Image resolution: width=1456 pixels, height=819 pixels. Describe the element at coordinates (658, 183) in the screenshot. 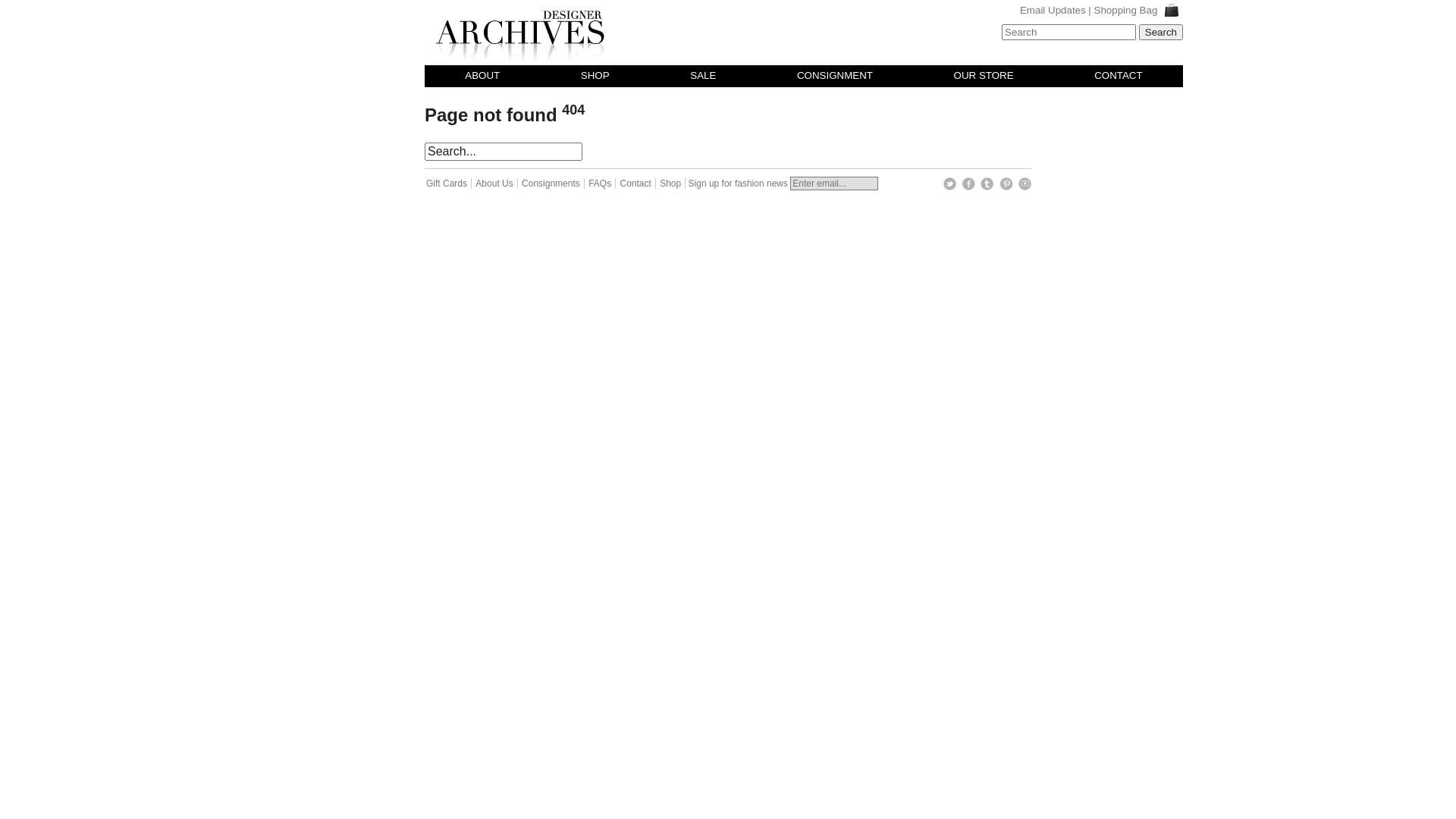

I see `'Shop'` at that location.